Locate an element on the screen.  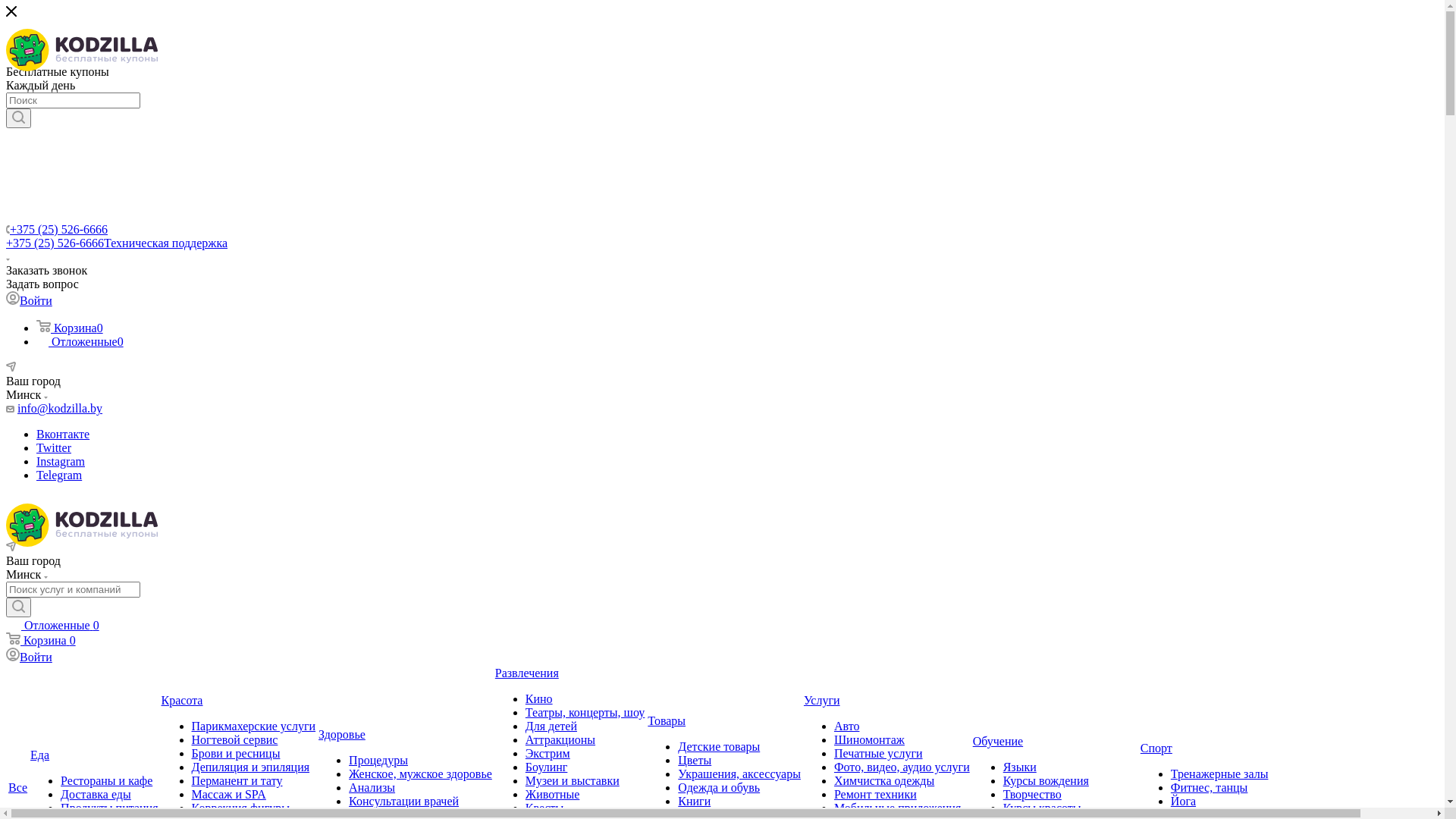
'Telegram' is located at coordinates (58, 474).